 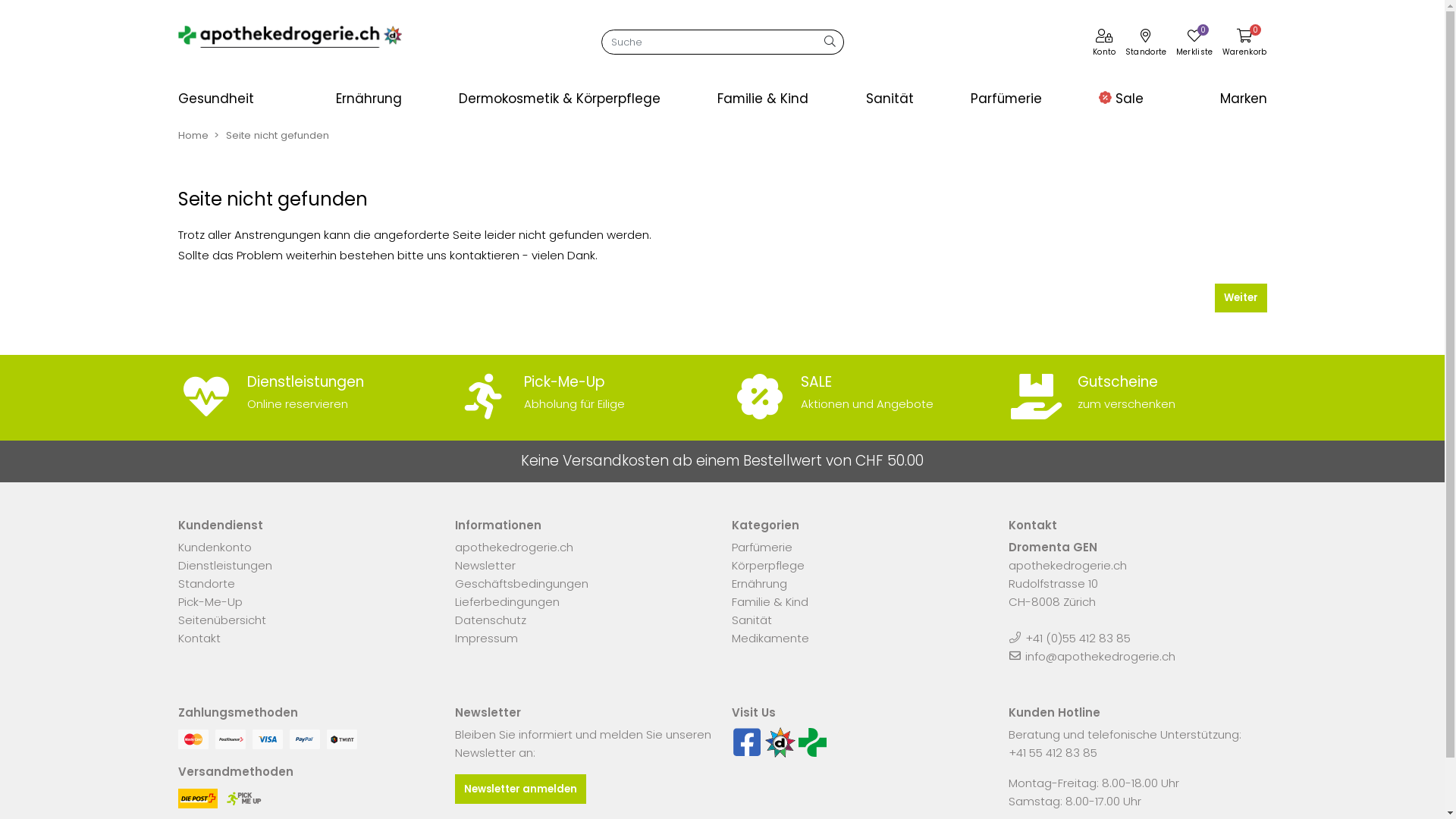 What do you see at coordinates (1104, 43) in the screenshot?
I see `'Konto'` at bounding box center [1104, 43].